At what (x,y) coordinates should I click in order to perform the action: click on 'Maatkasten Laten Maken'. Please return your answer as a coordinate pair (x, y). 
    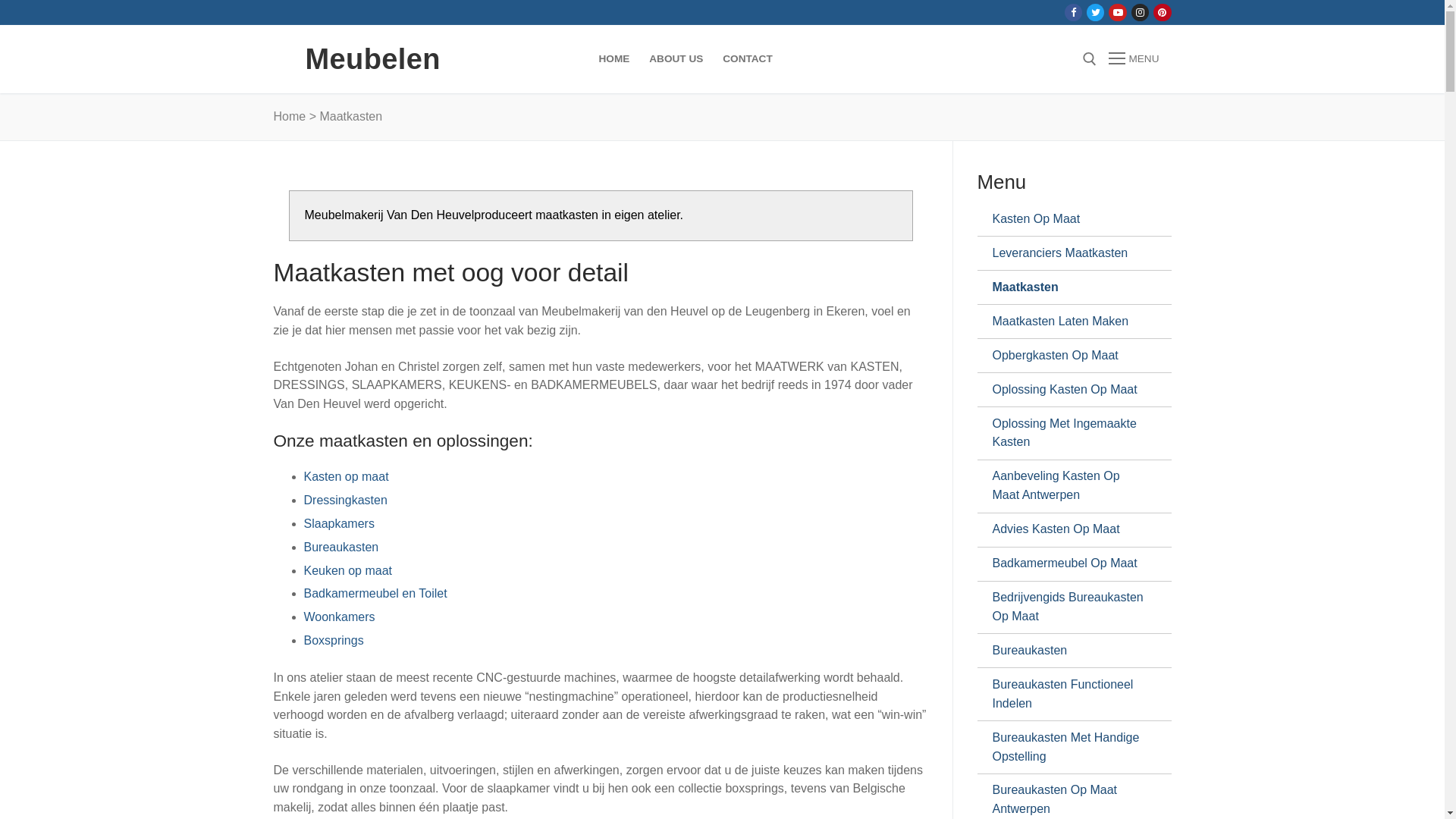
    Looking at the image, I should click on (1066, 321).